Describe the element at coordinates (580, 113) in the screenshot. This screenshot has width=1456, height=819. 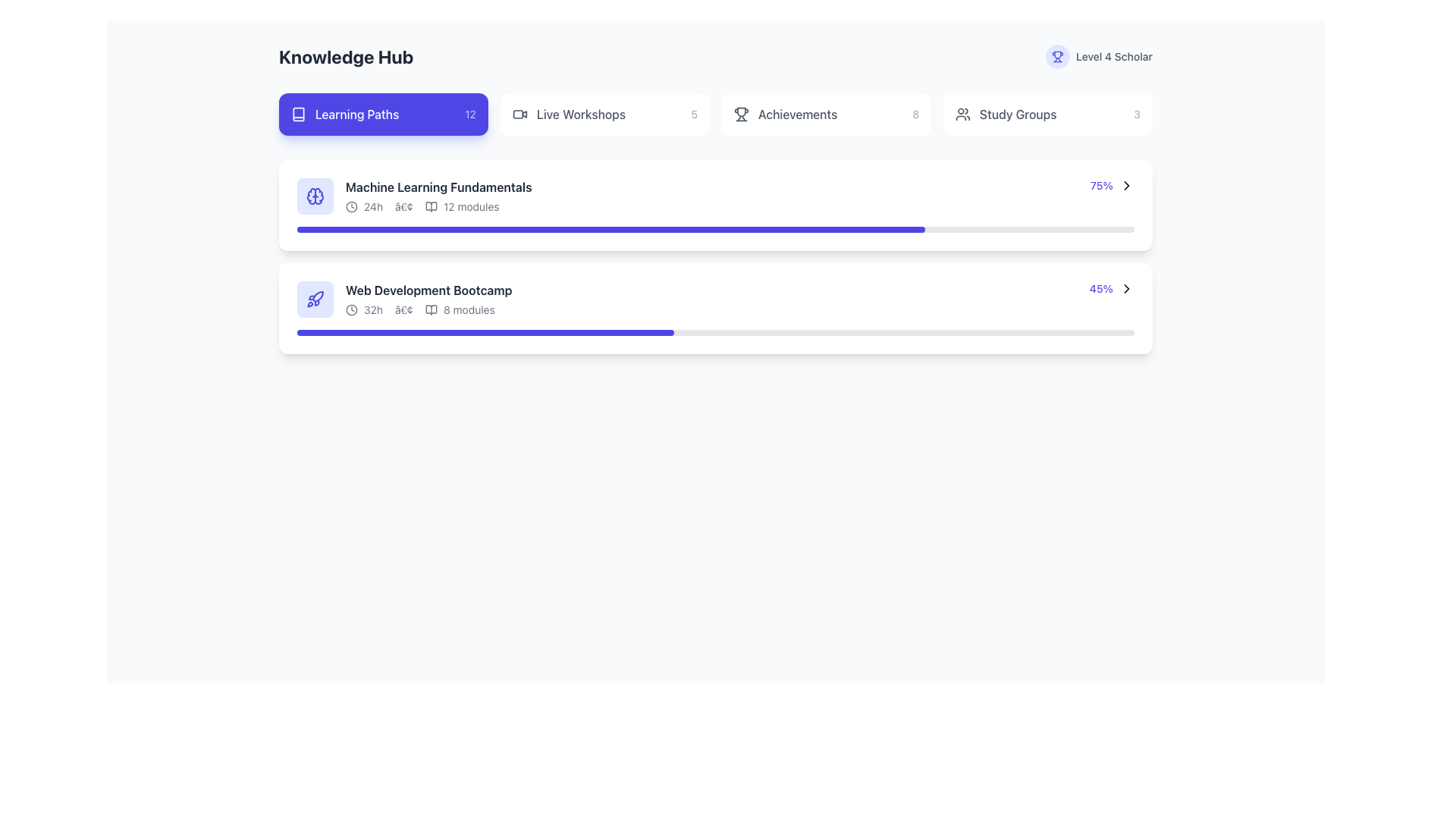
I see `the text label displaying 'Live Workshops', which is centrally located in a button-like group in the second position below the 'Knowledge Hub' heading` at that location.